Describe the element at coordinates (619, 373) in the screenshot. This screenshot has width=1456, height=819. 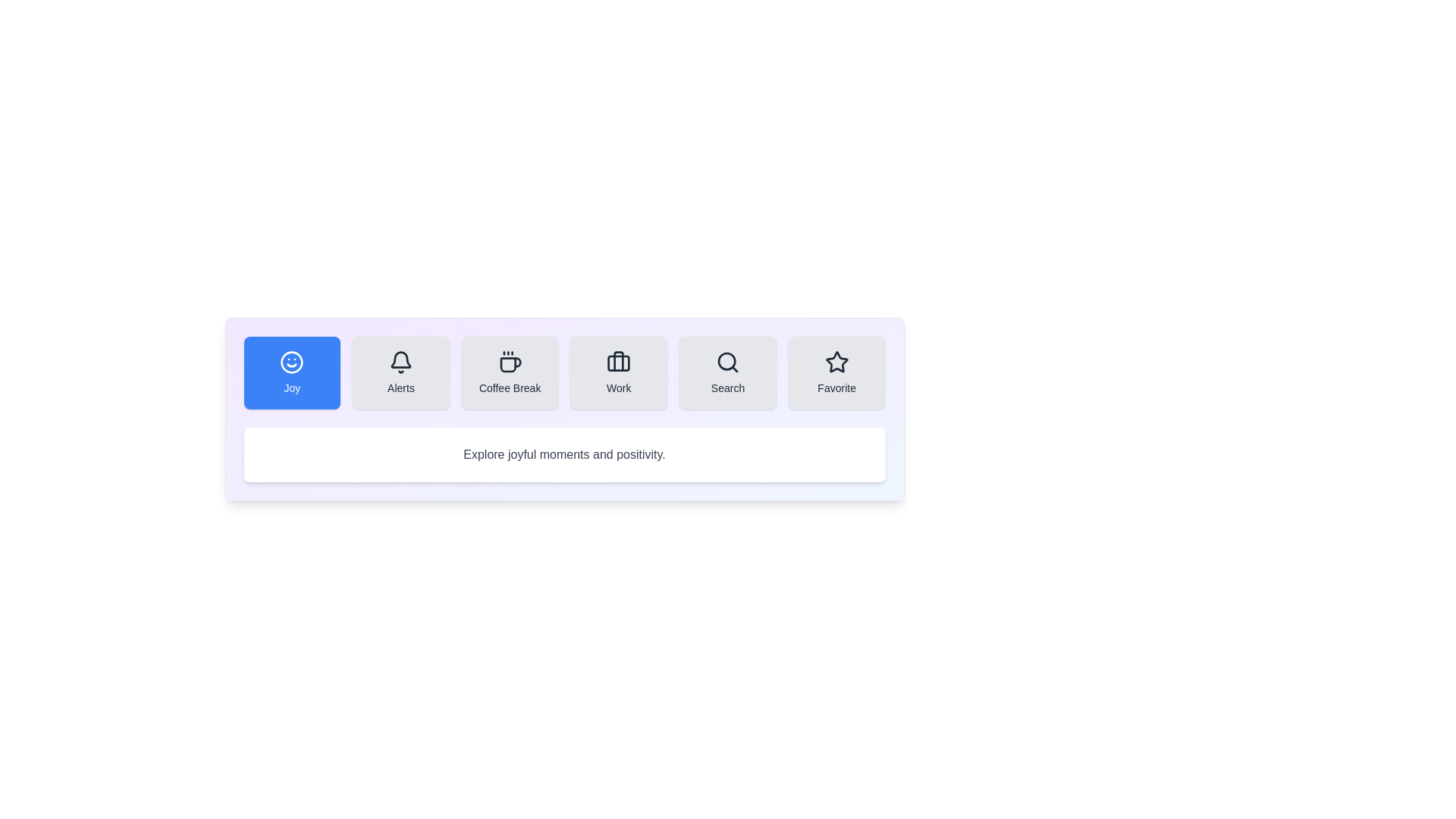
I see `the Work tab to switch its content` at that location.